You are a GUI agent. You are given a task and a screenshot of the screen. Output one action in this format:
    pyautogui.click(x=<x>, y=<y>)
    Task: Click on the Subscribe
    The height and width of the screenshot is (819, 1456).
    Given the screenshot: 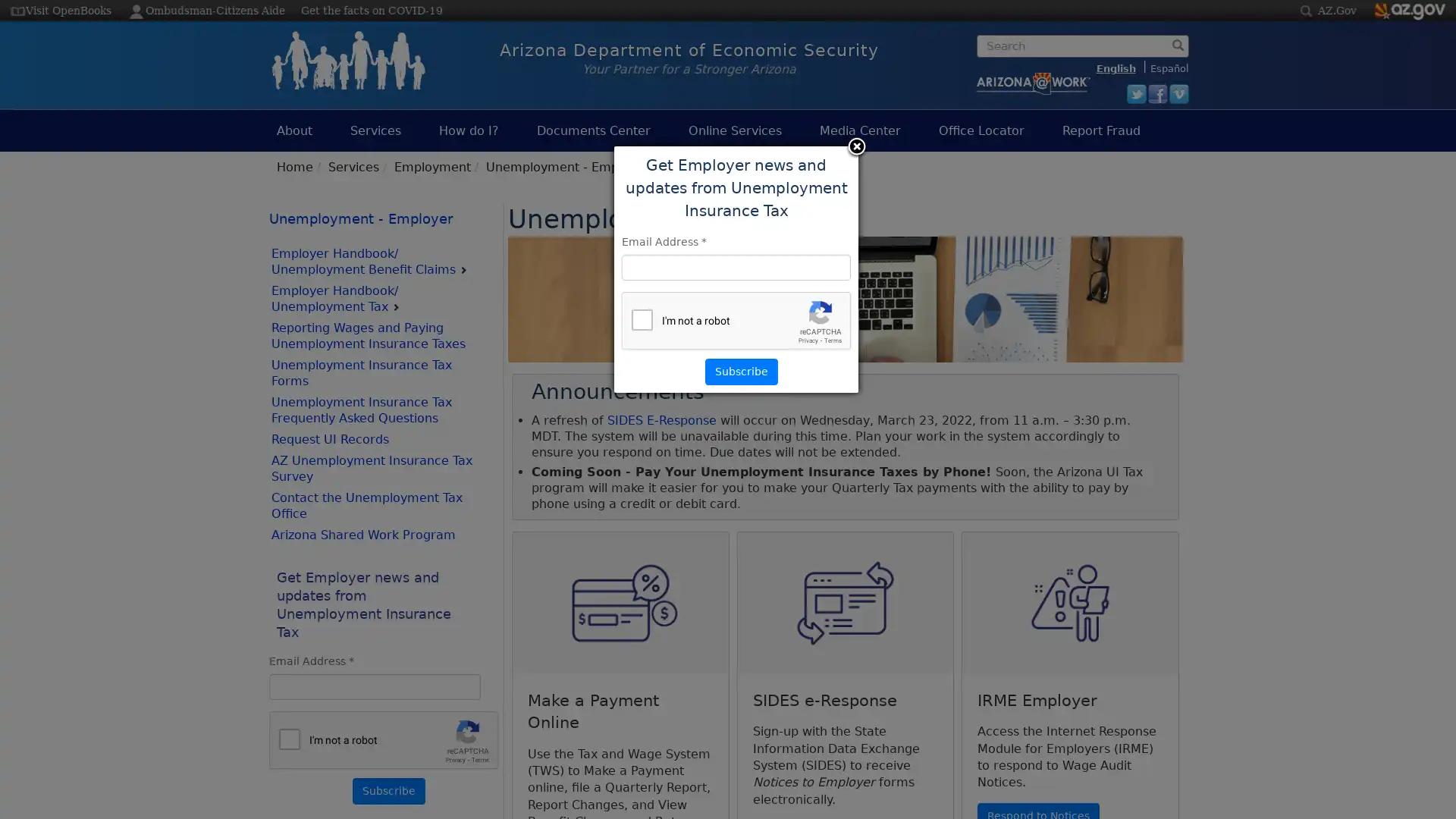 What is the action you would take?
    pyautogui.click(x=389, y=789)
    